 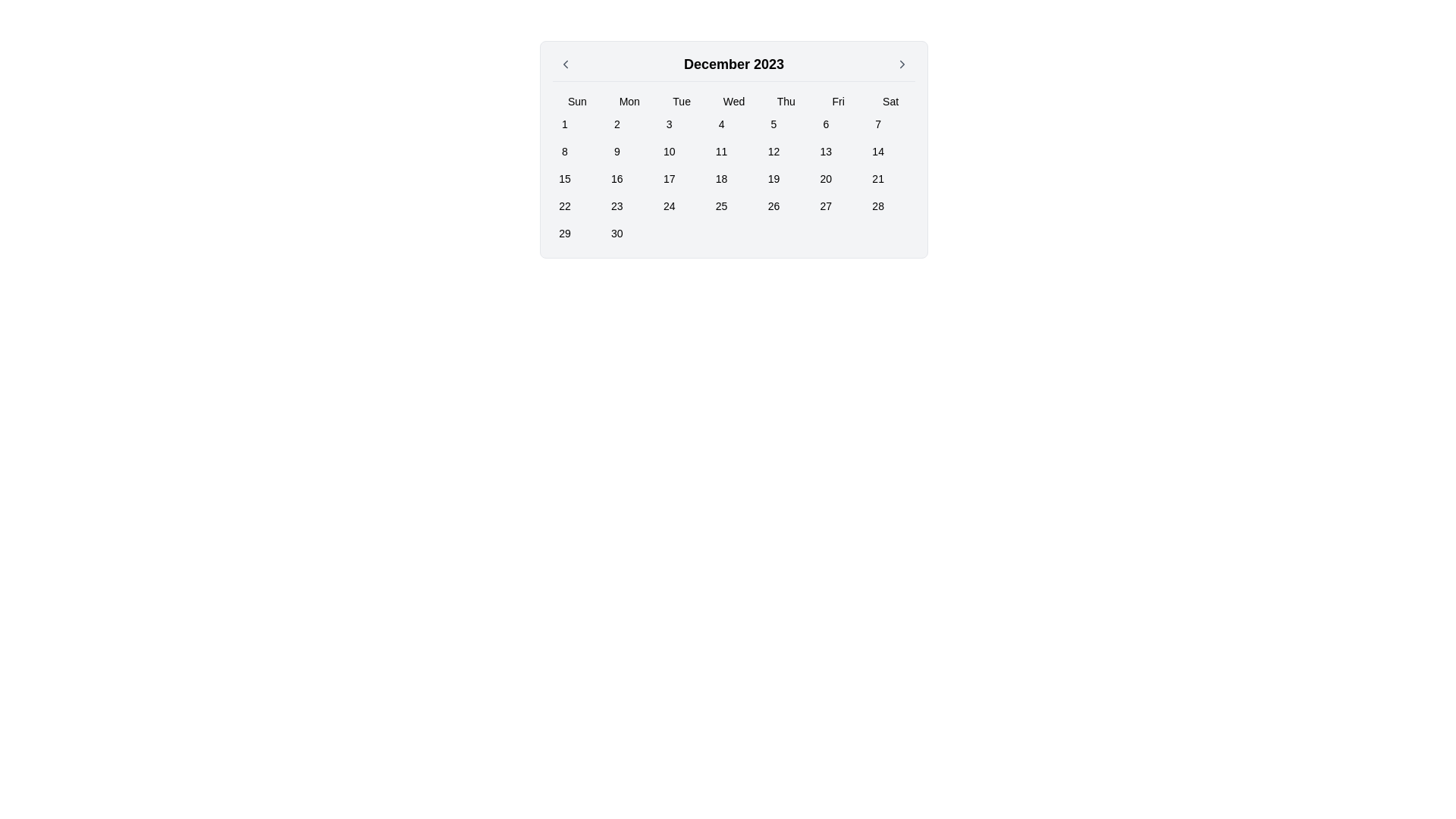 I want to click on the static text label displaying 'Fri', which is the sixth label in a sequence of seven horizontal text labels within the calendar widget, so click(x=837, y=102).